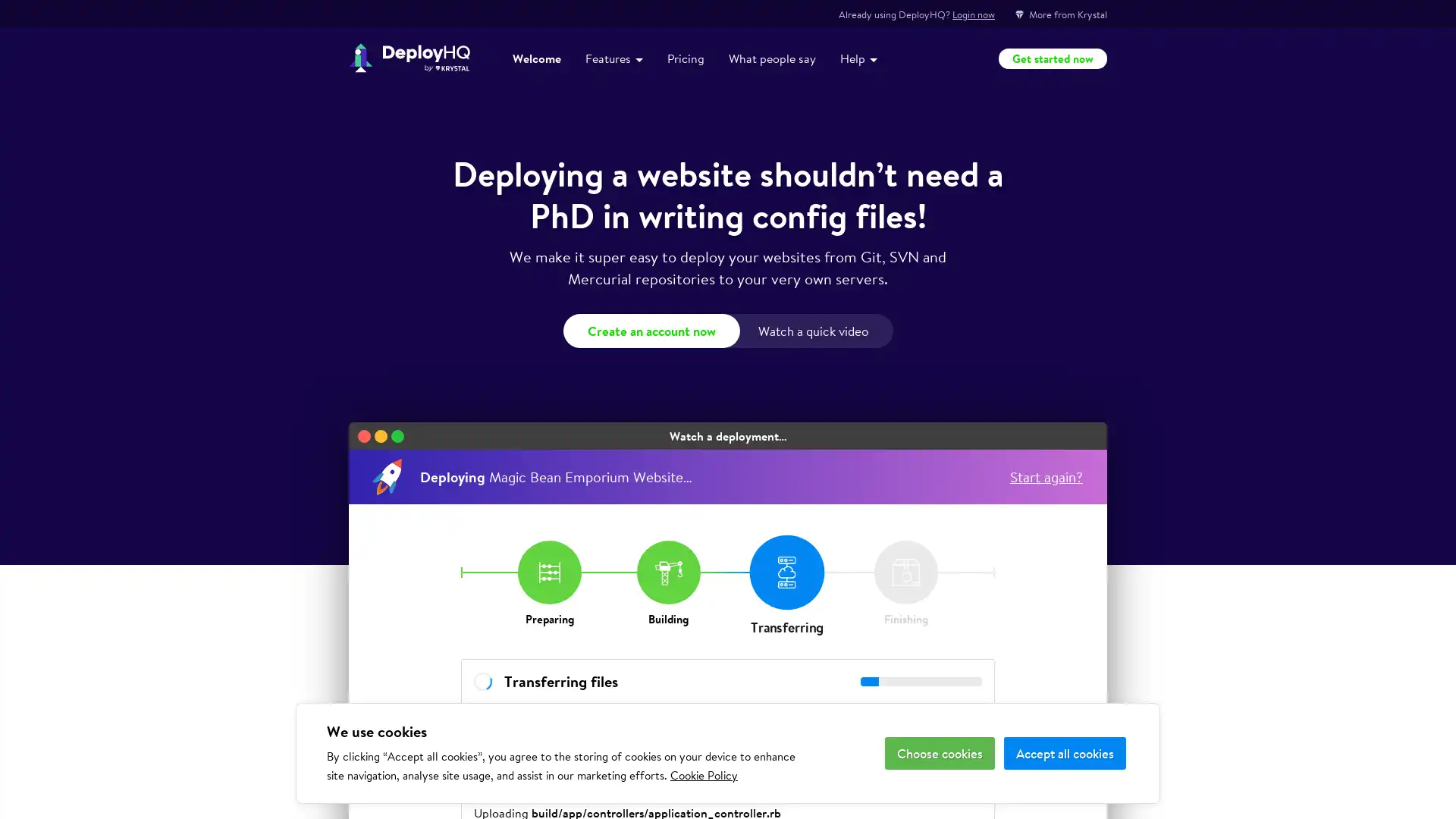  I want to click on Accept all cookies, so click(1064, 753).